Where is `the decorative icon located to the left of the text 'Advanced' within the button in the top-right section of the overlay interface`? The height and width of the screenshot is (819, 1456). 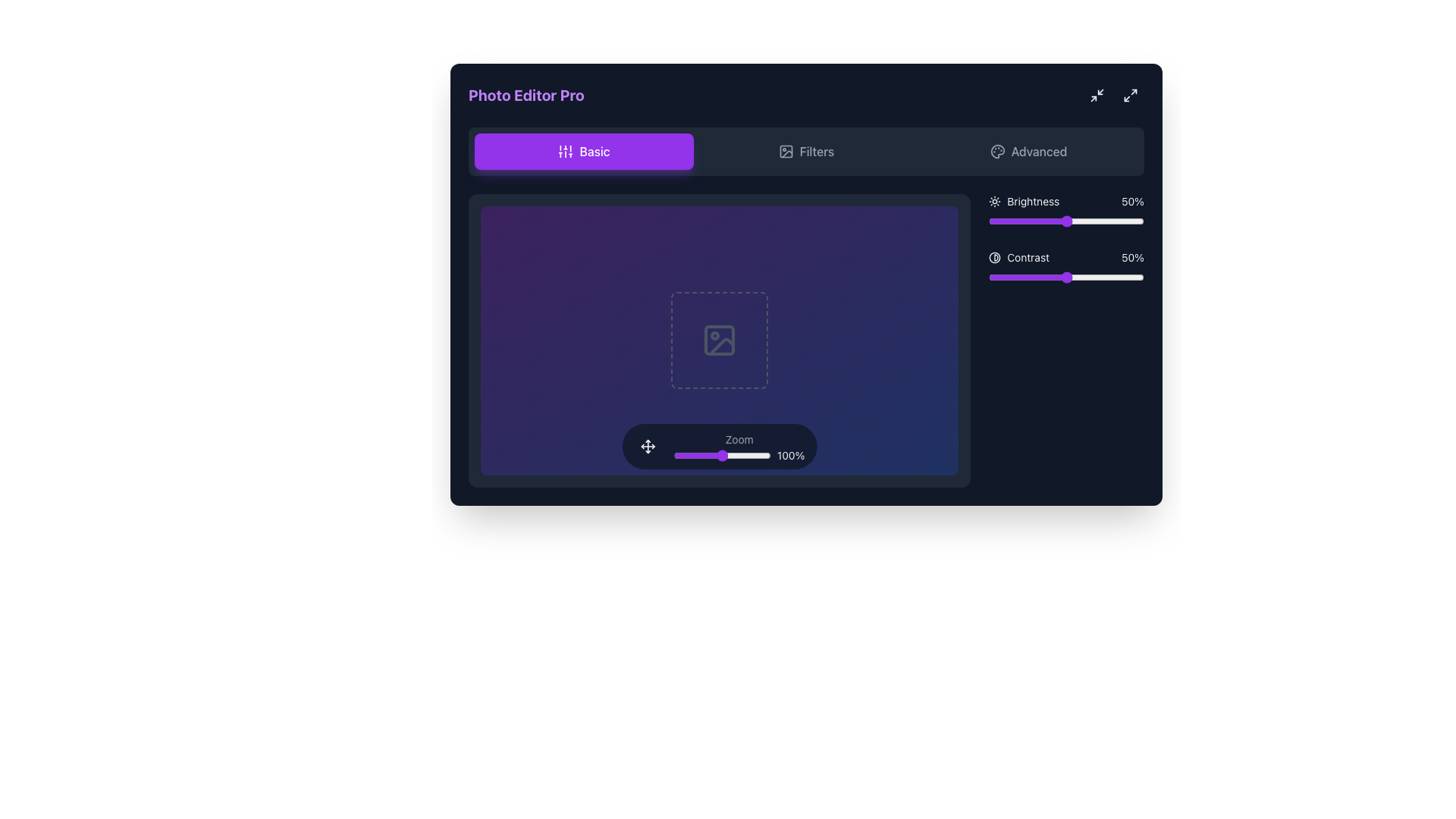
the decorative icon located to the left of the text 'Advanced' within the button in the top-right section of the overlay interface is located at coordinates (997, 152).